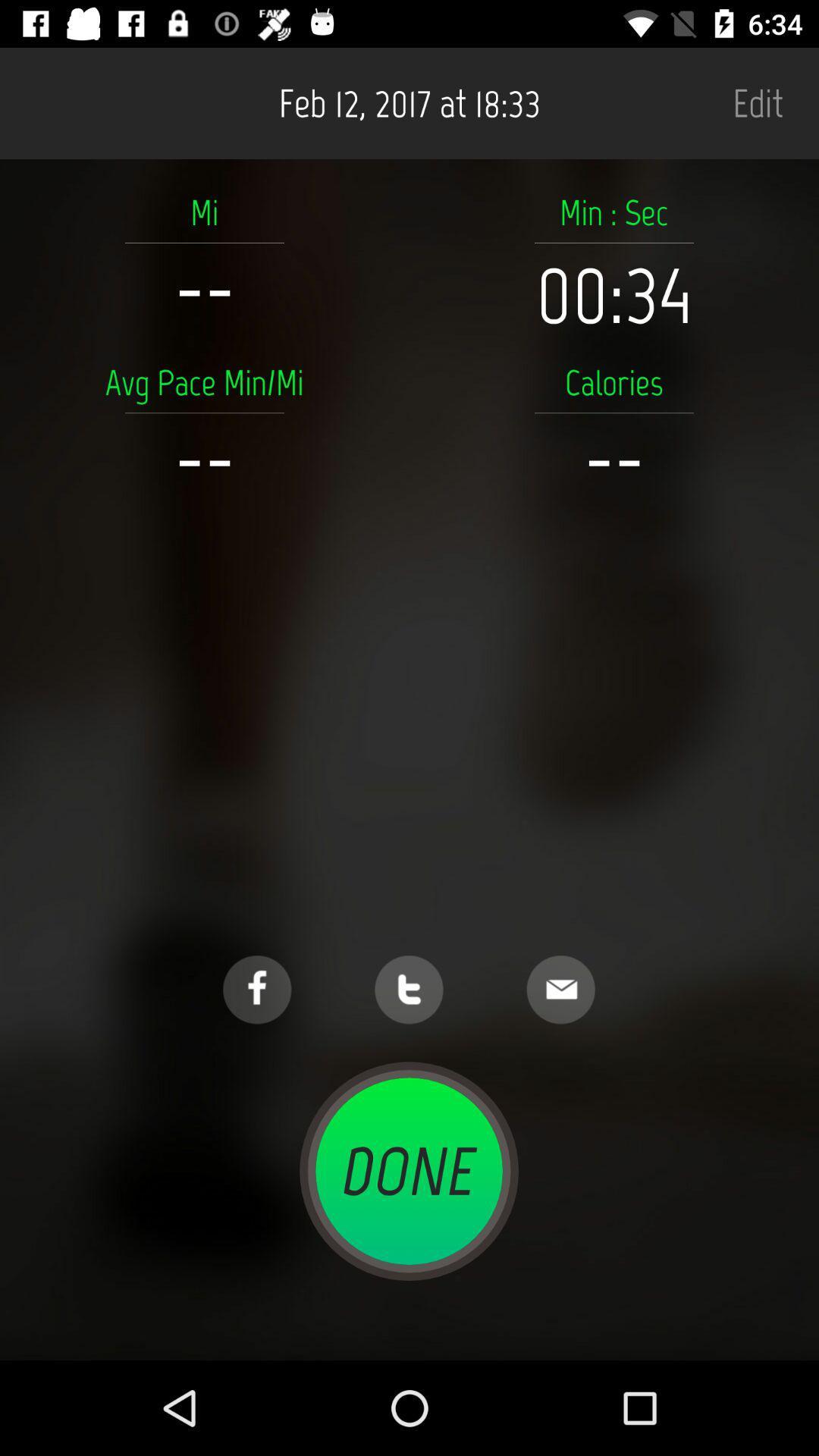  Describe the element at coordinates (408, 990) in the screenshot. I see `share to twitter` at that location.